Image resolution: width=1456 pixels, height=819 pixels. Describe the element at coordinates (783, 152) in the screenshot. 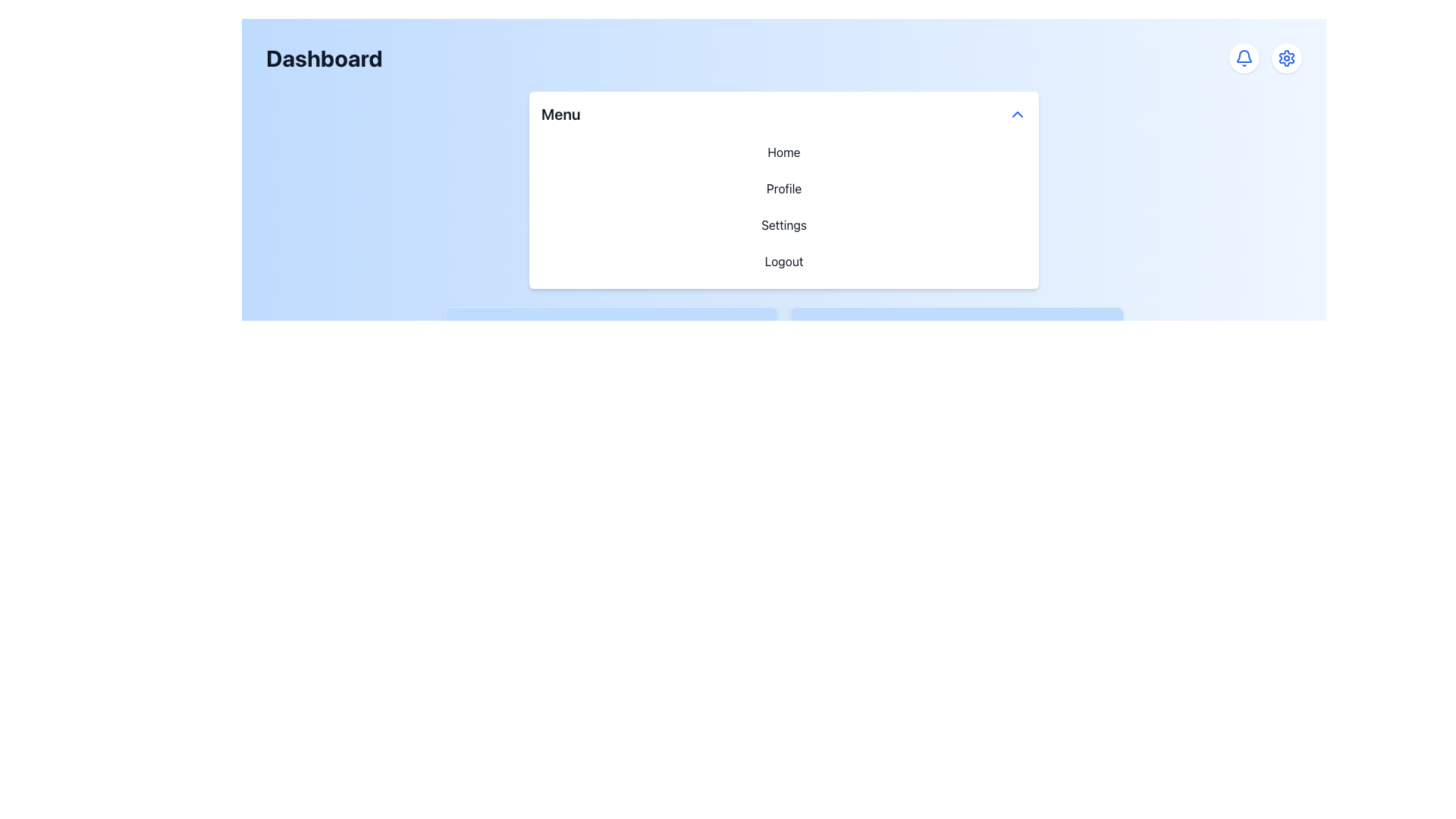

I see `the 'Home' menu item located at the top of the vertical menu list under the 'Menu' heading` at that location.